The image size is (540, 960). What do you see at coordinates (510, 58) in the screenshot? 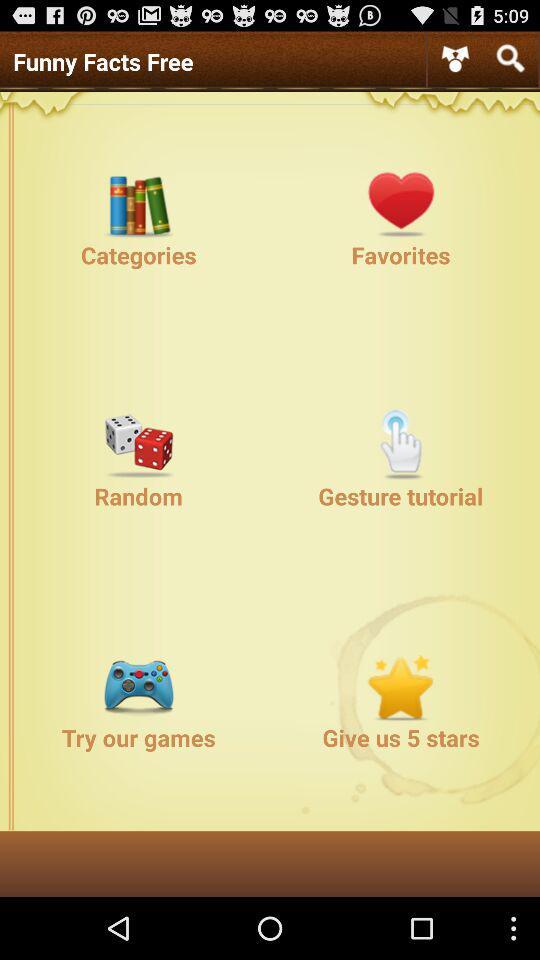
I see `open search bar` at bounding box center [510, 58].